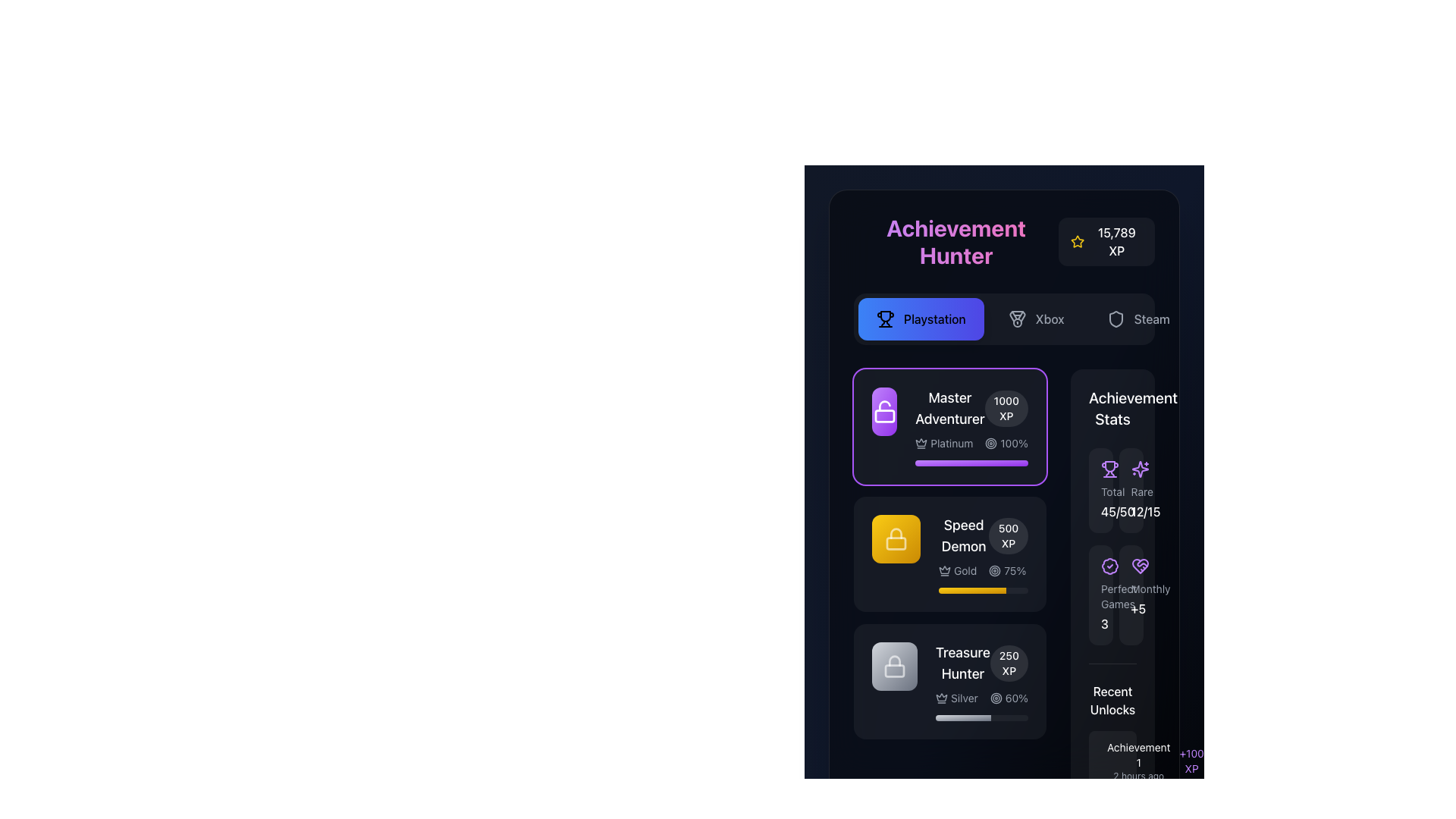 The width and height of the screenshot is (1456, 819). I want to click on the static display row that shows the rank 'Platinum' and its percentage '100%' located in the lower section of the 'Master Adventurer' card, so click(971, 444).